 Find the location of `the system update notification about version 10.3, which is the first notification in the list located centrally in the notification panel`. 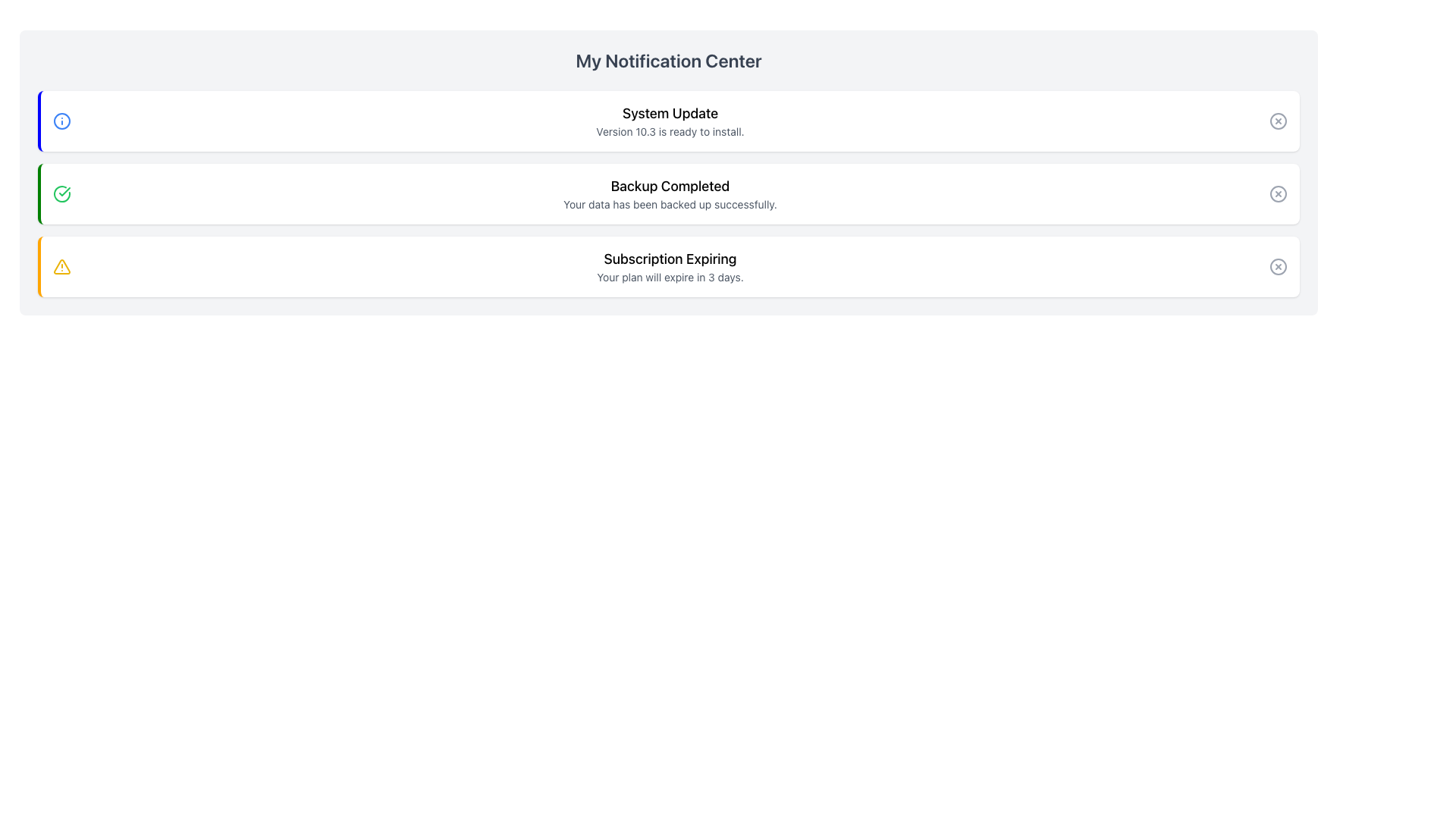

the system update notification about version 10.3, which is the first notification in the list located centrally in the notification panel is located at coordinates (668, 120).